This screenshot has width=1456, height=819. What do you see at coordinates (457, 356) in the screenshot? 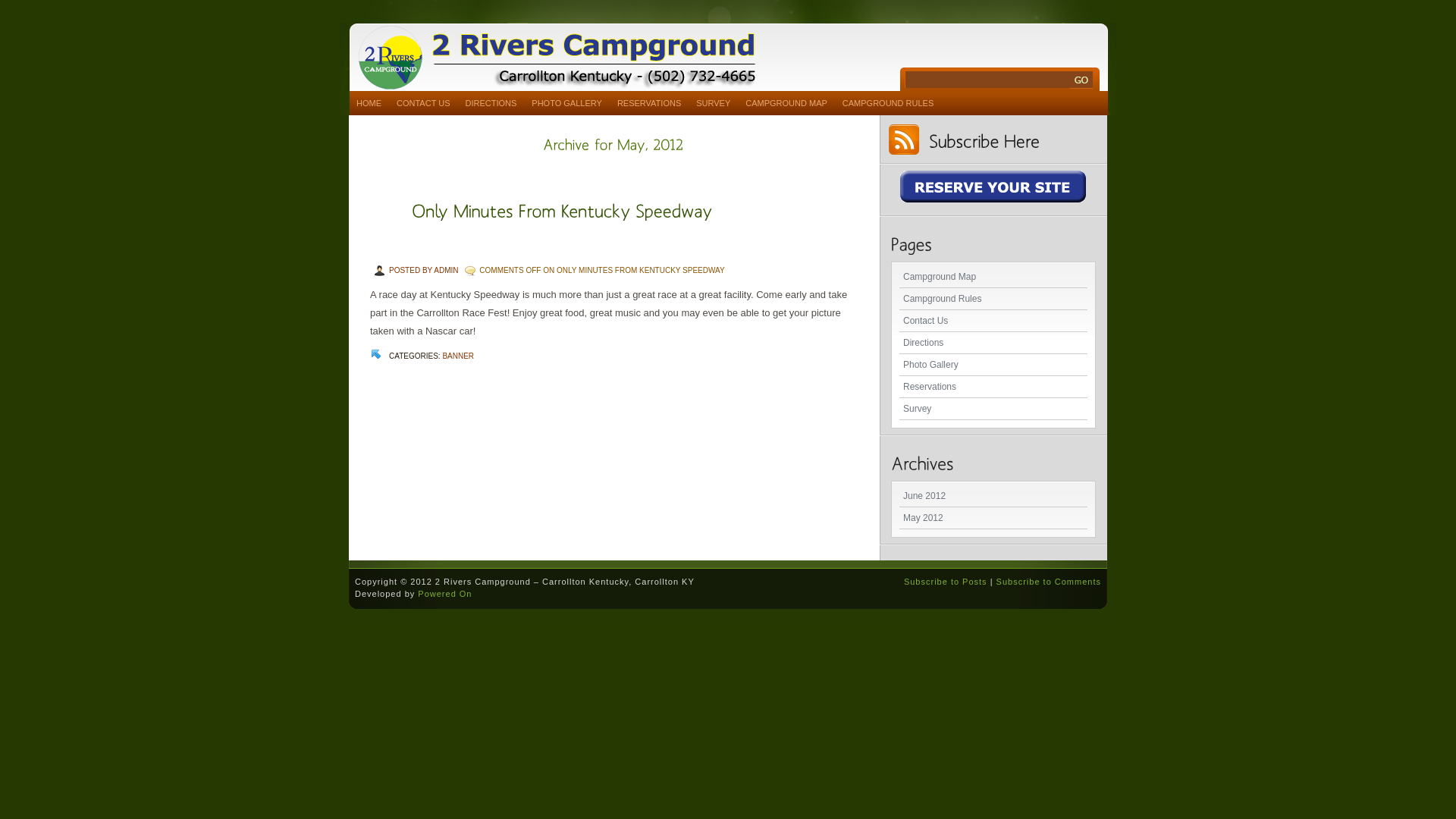
I see `'BANNER'` at bounding box center [457, 356].